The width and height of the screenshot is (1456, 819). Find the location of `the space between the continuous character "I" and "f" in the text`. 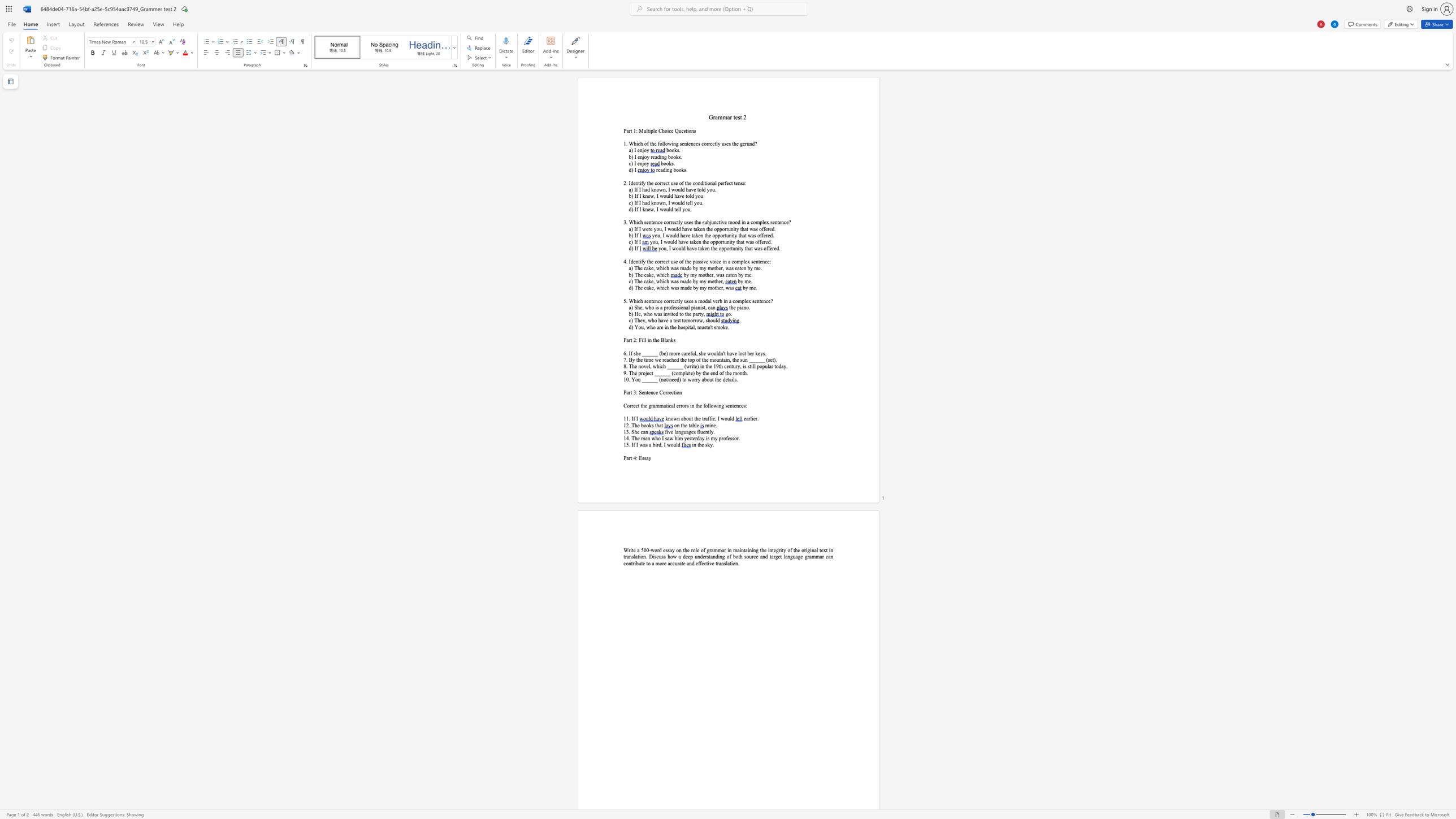

the space between the continuous character "I" and "f" in the text is located at coordinates (635, 241).